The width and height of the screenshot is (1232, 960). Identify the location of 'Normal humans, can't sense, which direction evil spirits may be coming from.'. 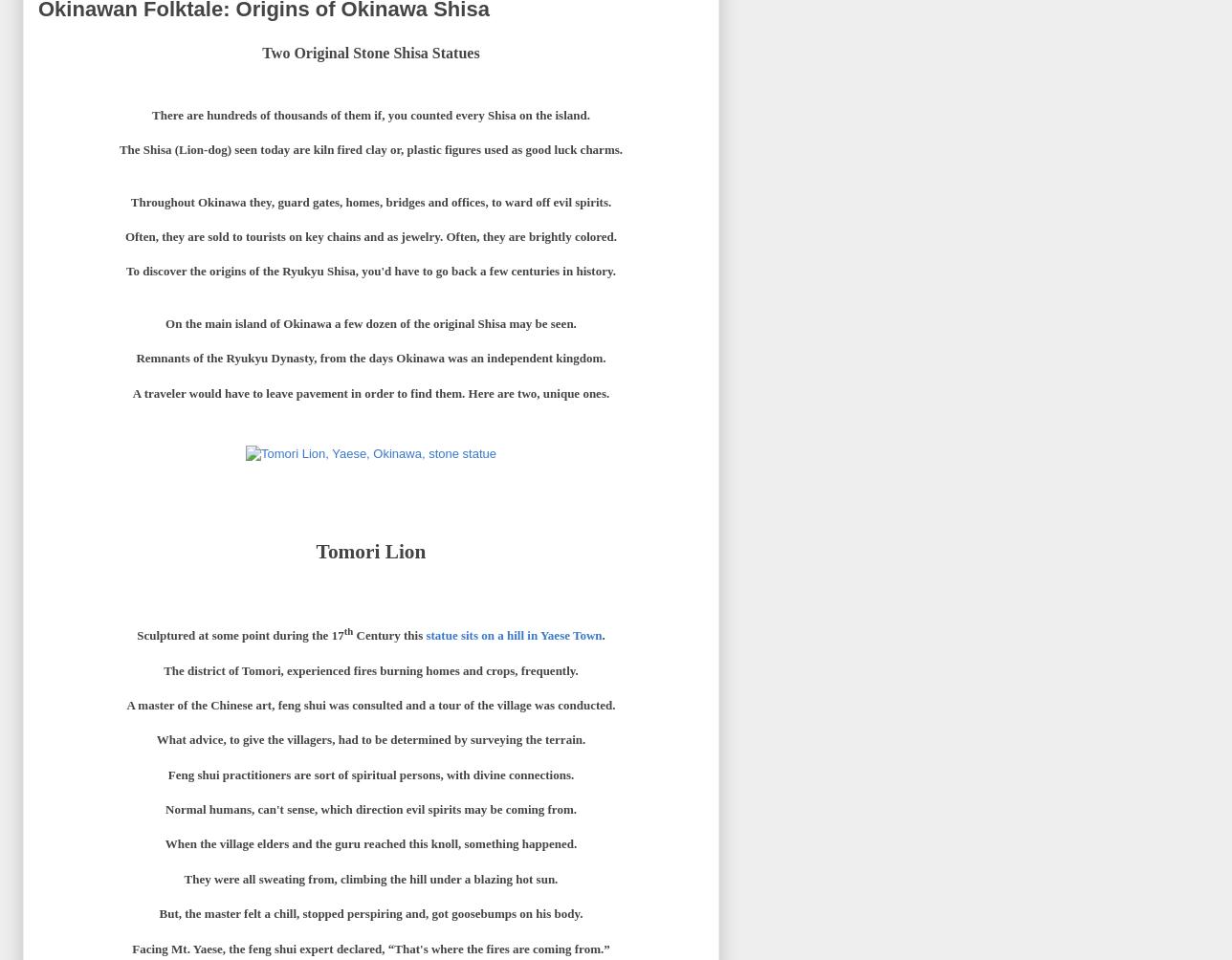
(370, 809).